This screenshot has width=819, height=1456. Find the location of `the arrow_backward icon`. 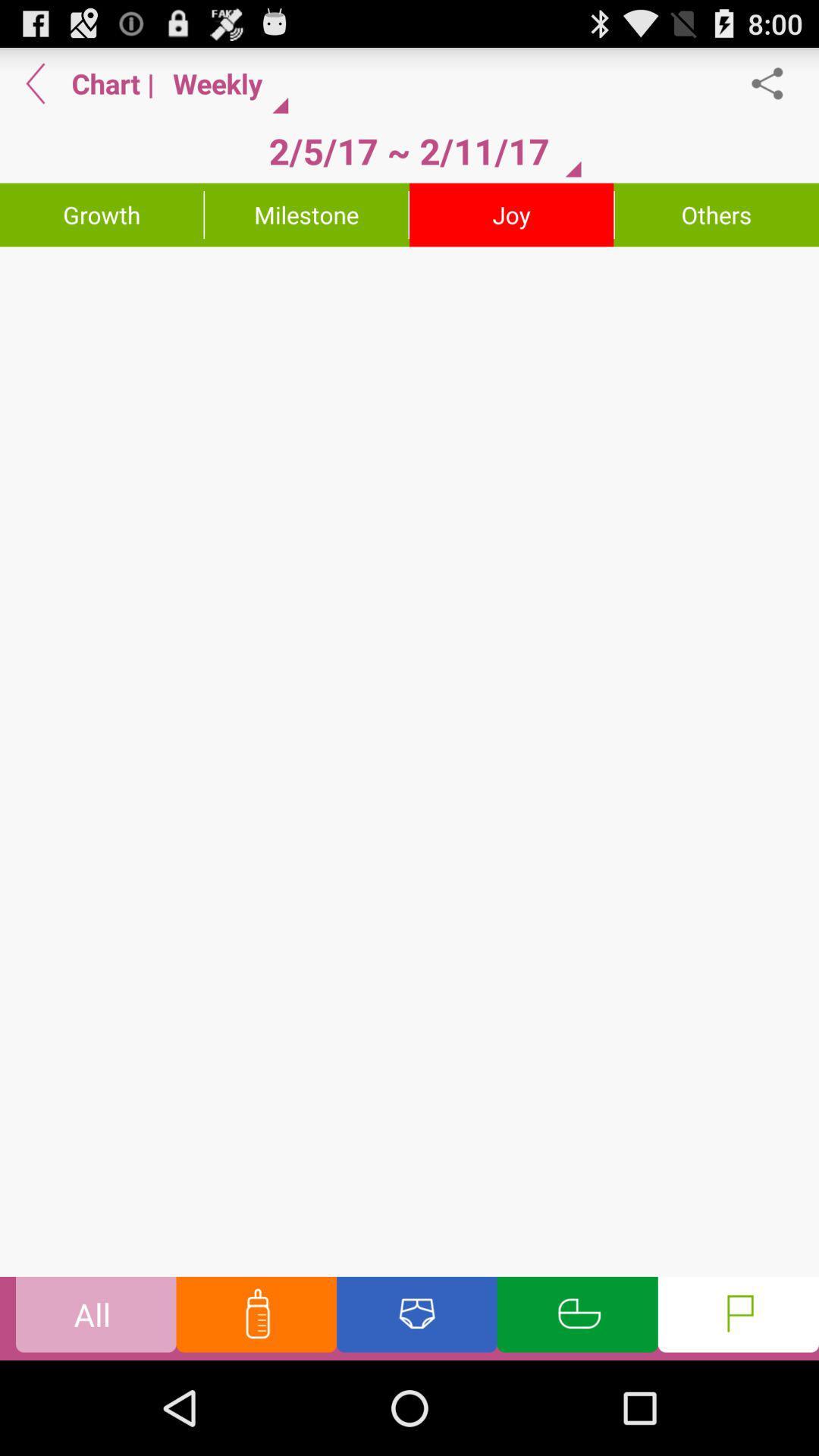

the arrow_backward icon is located at coordinates (35, 89).